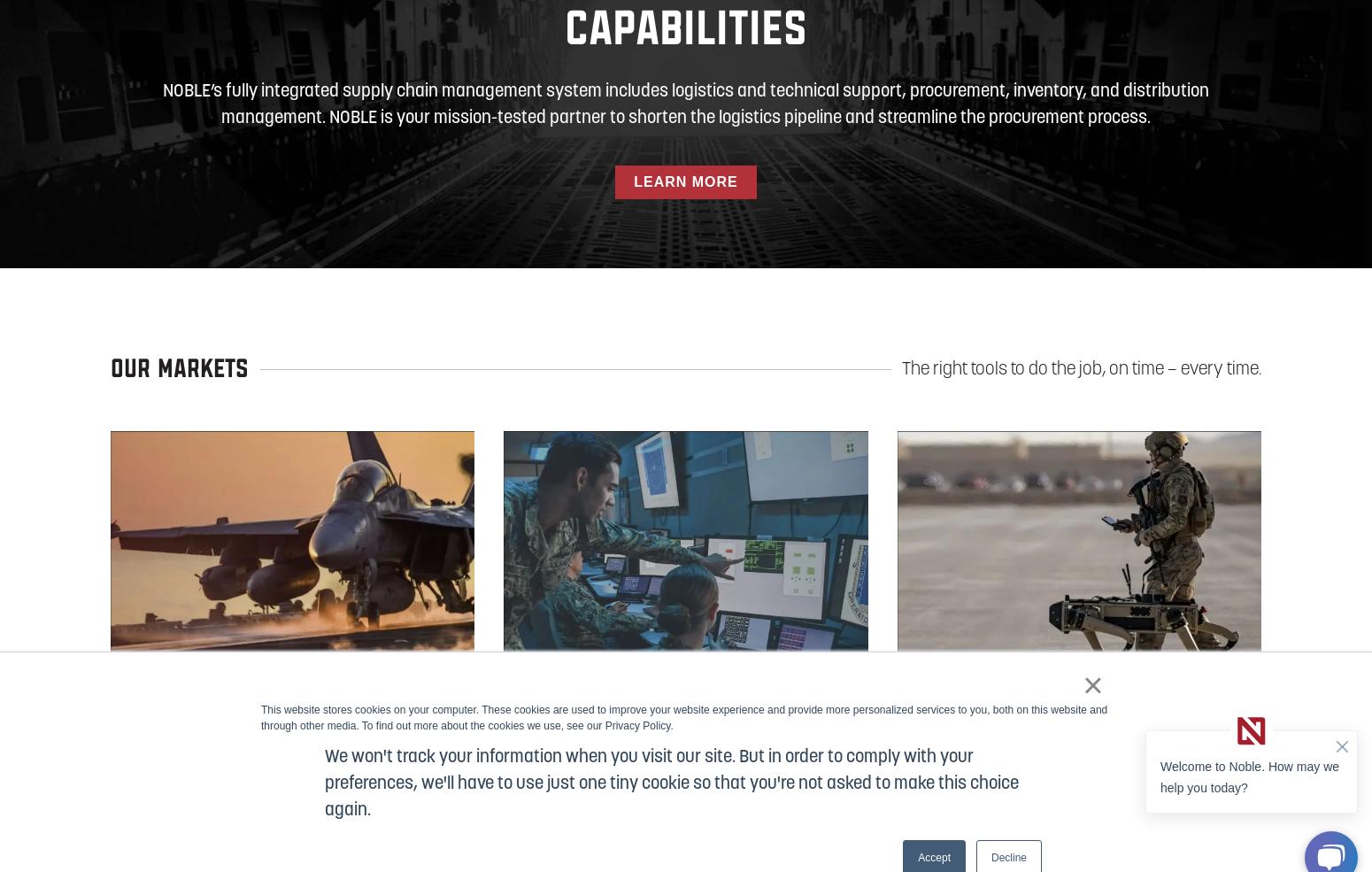  Describe the element at coordinates (1007, 858) in the screenshot. I see `'Decline'` at that location.